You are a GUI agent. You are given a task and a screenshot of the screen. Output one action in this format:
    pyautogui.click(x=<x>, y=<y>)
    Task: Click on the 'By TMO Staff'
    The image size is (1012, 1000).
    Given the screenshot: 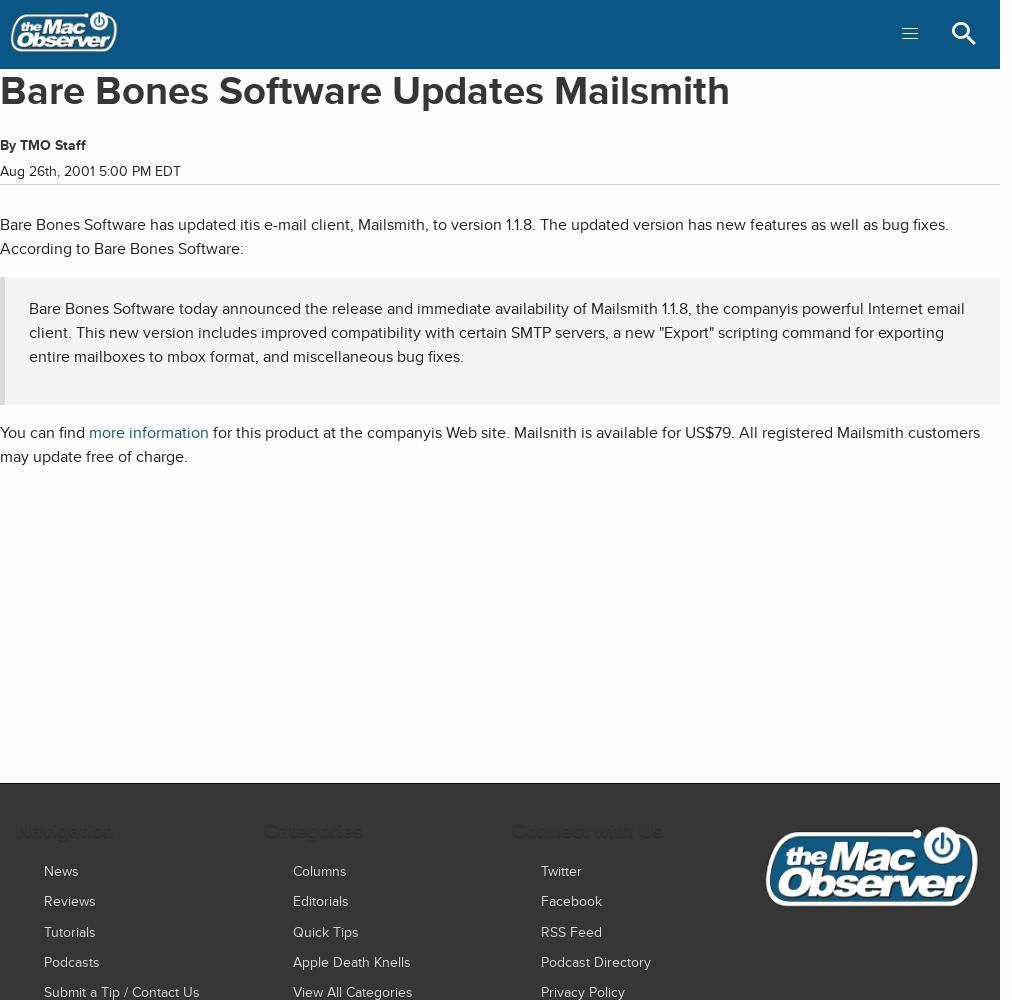 What is the action you would take?
    pyautogui.click(x=42, y=145)
    